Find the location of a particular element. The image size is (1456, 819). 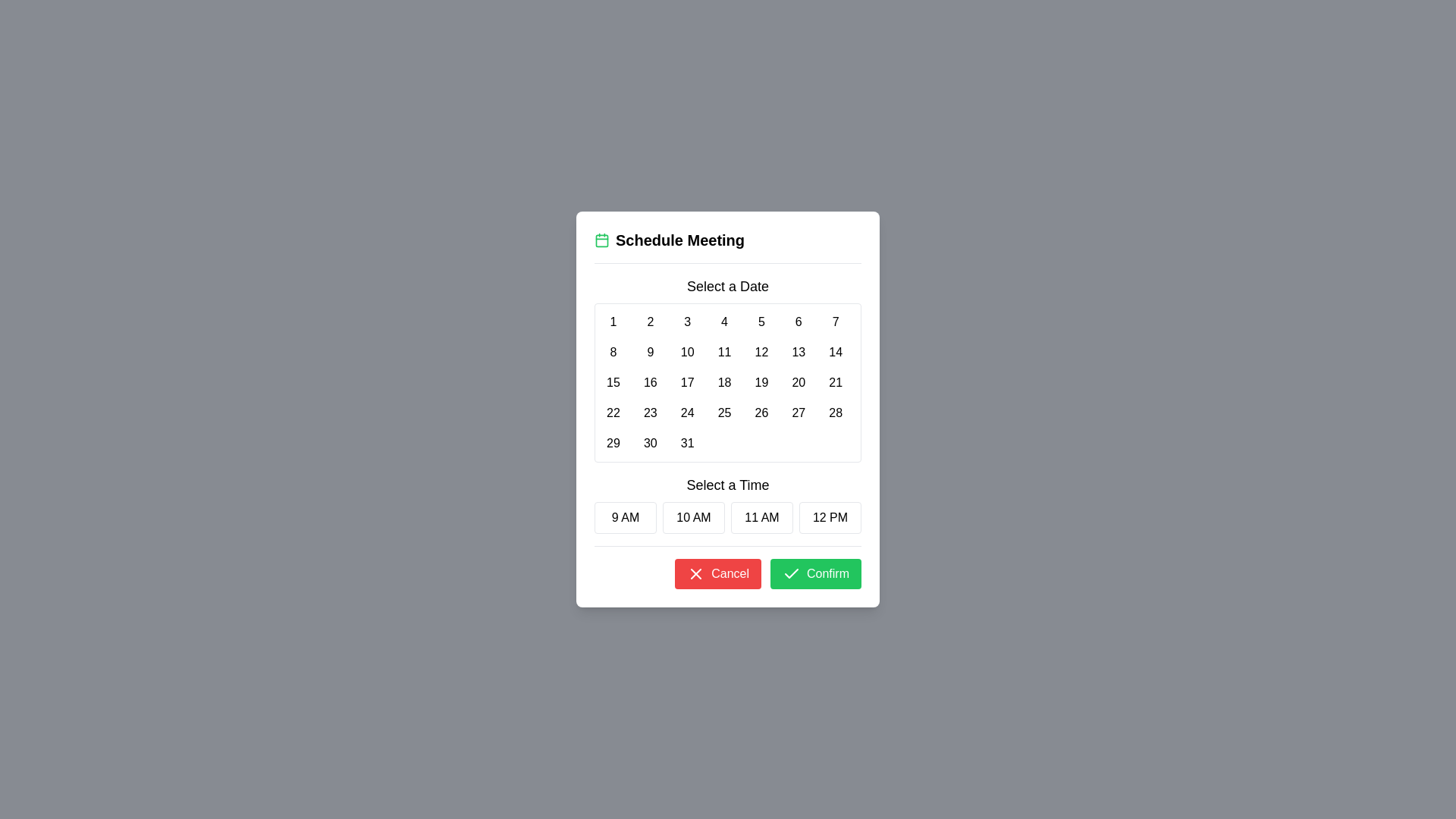

the selectable day button representing the date '22' in the calendar view located in the fourth row and first column of the grid inside the 'Schedule Meeting' card is located at coordinates (613, 413).